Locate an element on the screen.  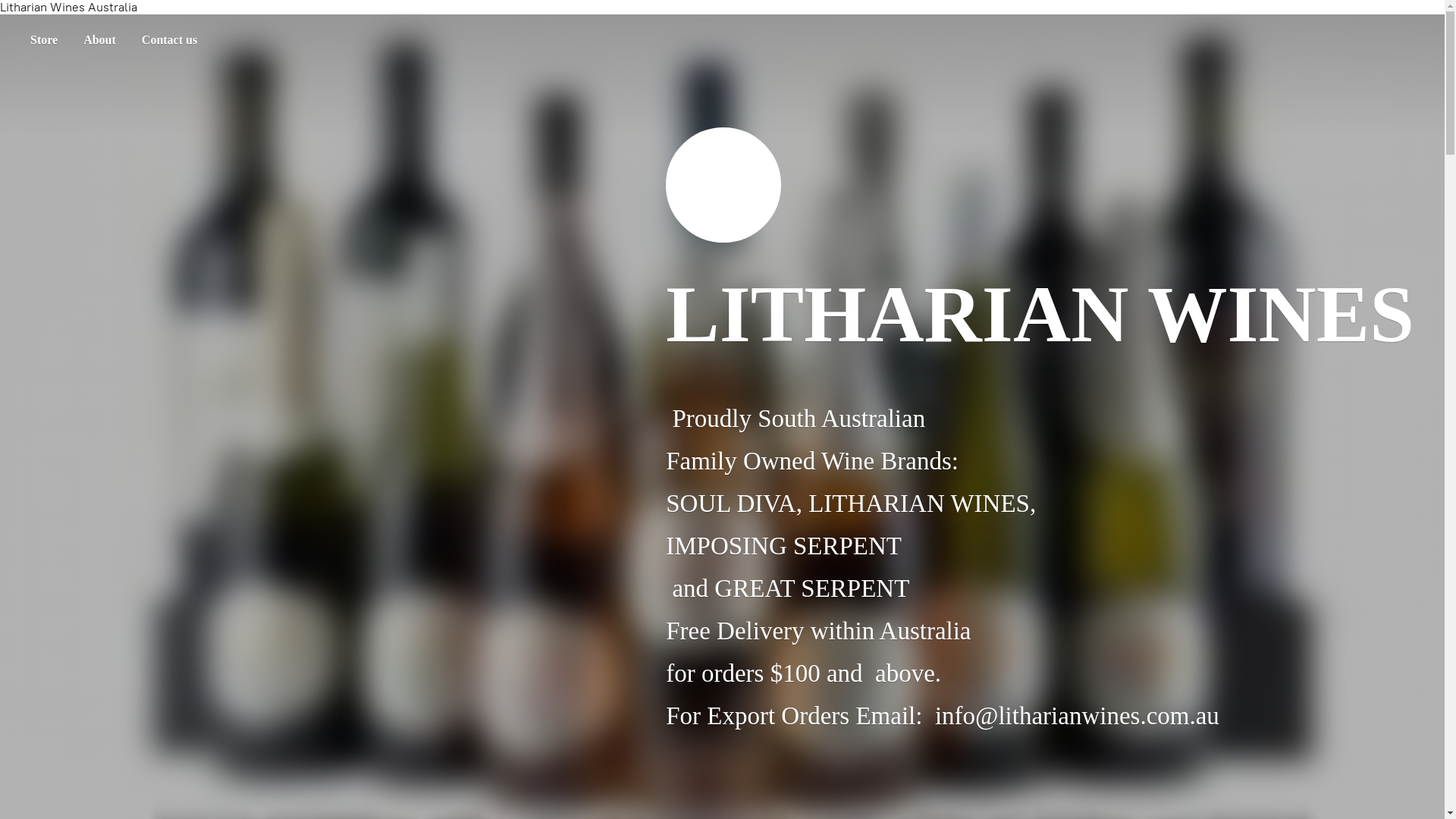
'Contact us' is located at coordinates (169, 39).